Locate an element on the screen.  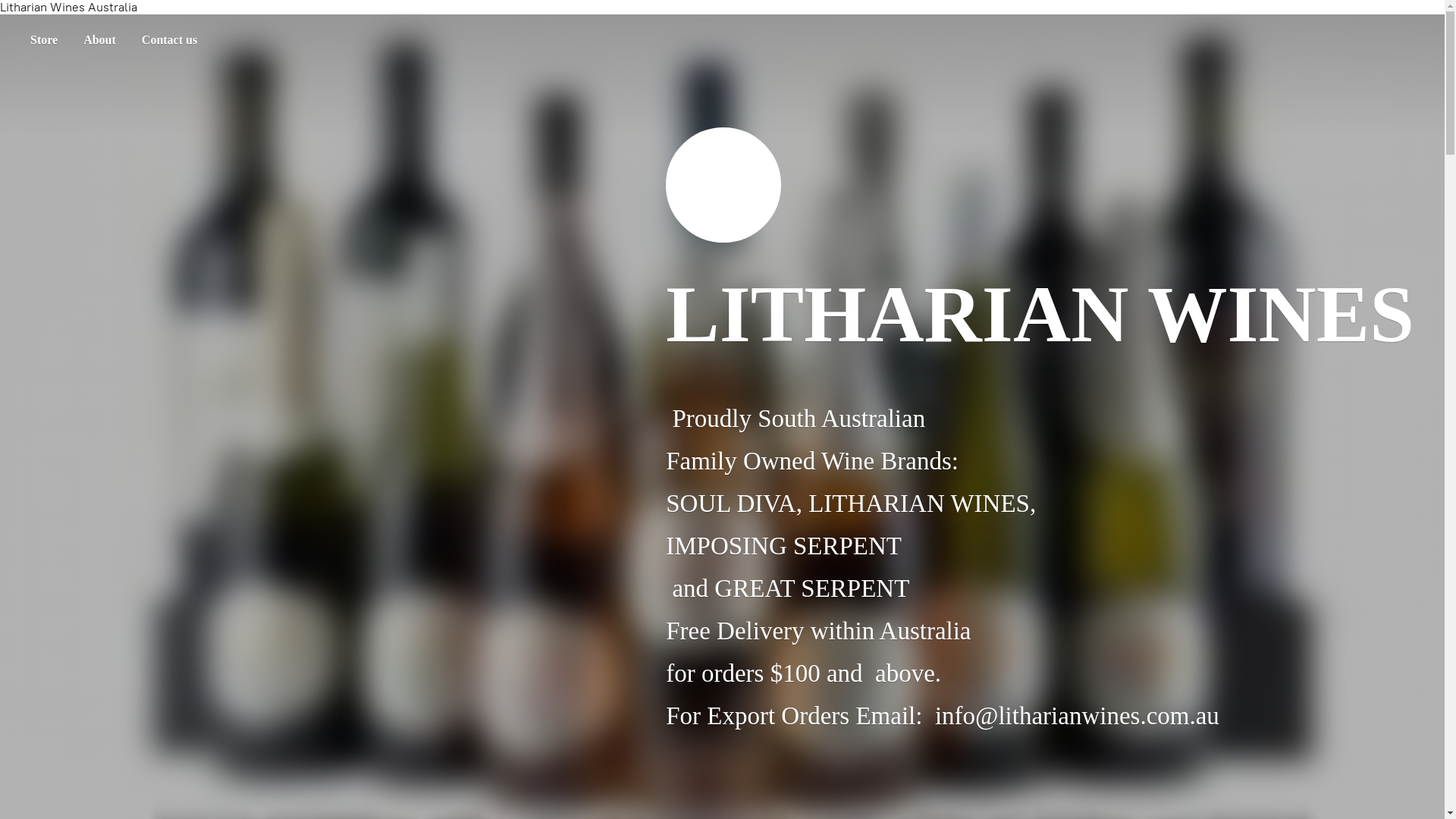
'Contact us' is located at coordinates (169, 39).